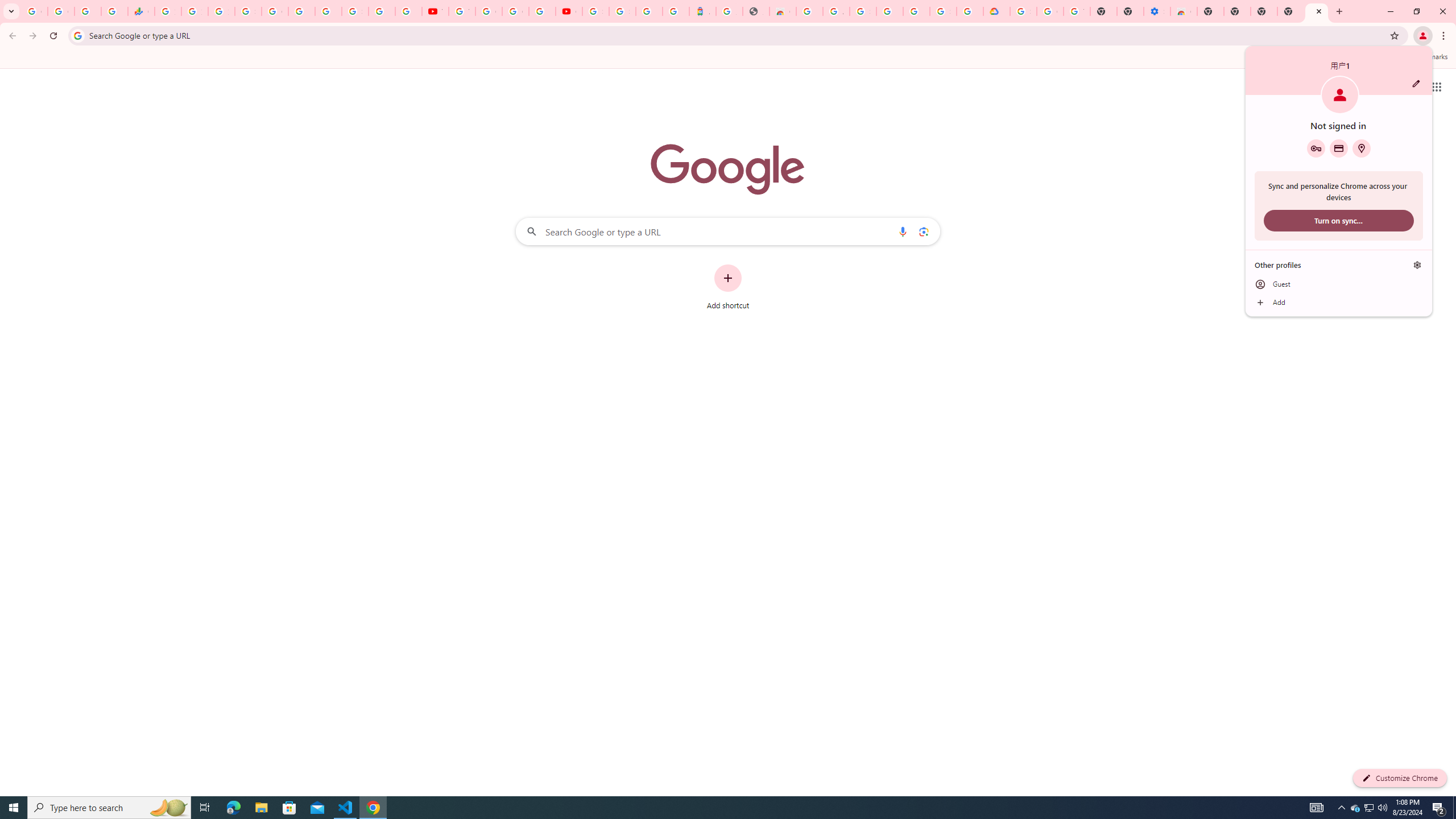 The image size is (1456, 819). I want to click on 'Manage profiles', so click(1417, 265).